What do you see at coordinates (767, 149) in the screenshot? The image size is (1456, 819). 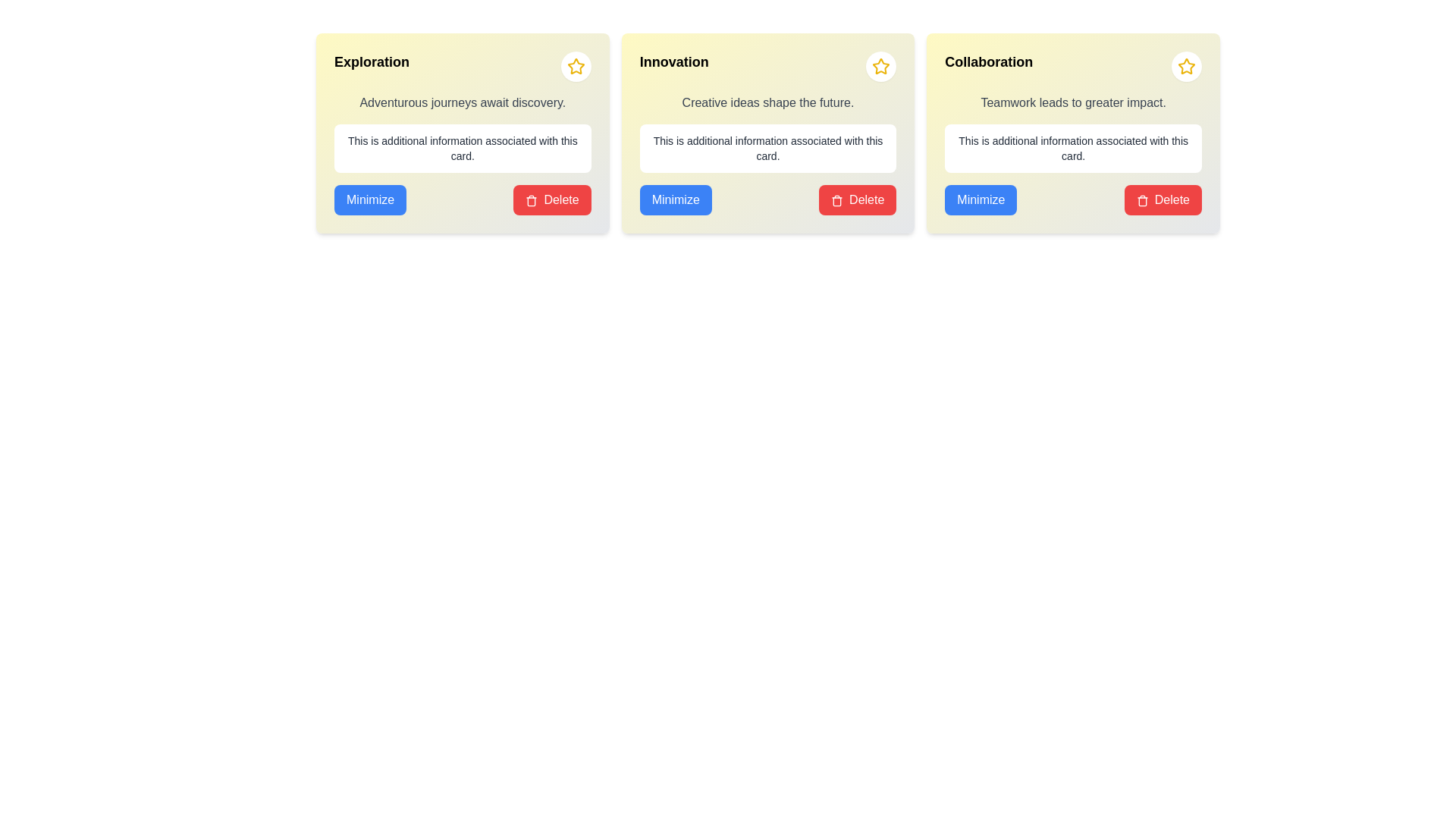 I see `the text label containing 'This is additional information associated with this card.' located within the 'Innovation' card` at bounding box center [767, 149].